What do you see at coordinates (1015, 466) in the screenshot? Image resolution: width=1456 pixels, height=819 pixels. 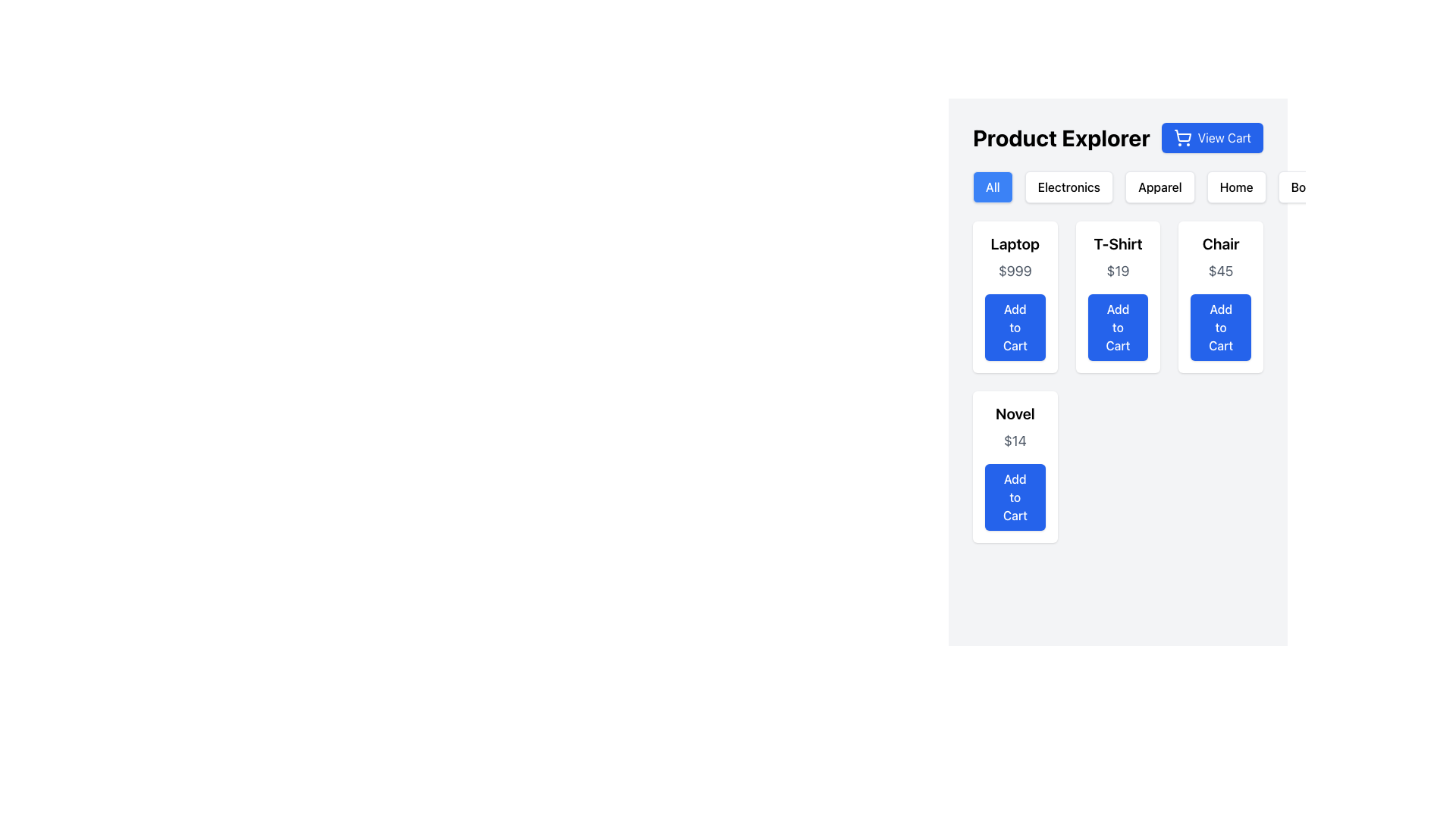 I see `the 'Add to Cart' button on the Product card titled 'Novel', which is located at the fourth position in the grid of cards` at bounding box center [1015, 466].